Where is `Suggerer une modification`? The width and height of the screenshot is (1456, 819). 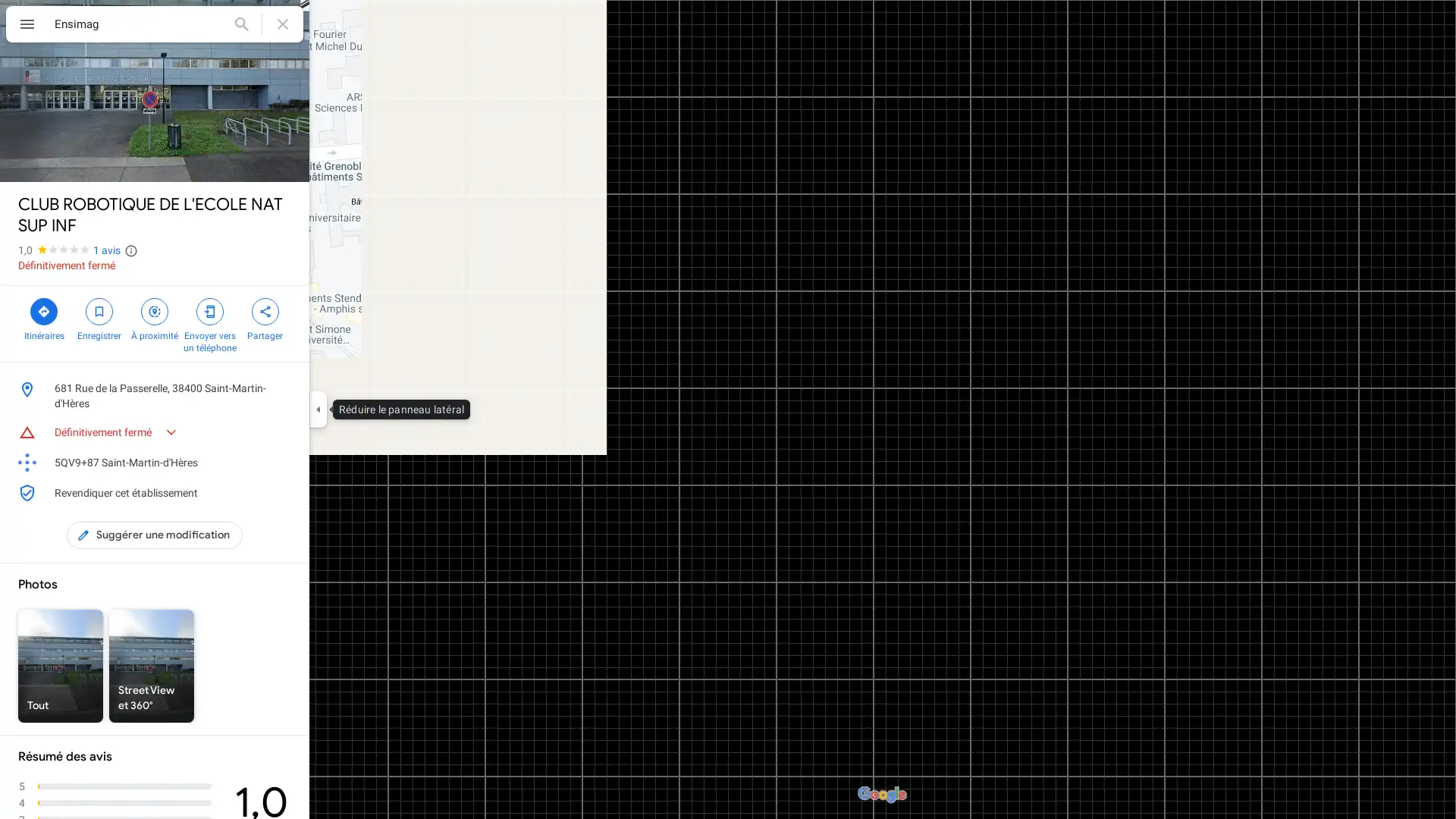
Suggerer une modification is located at coordinates (154, 534).